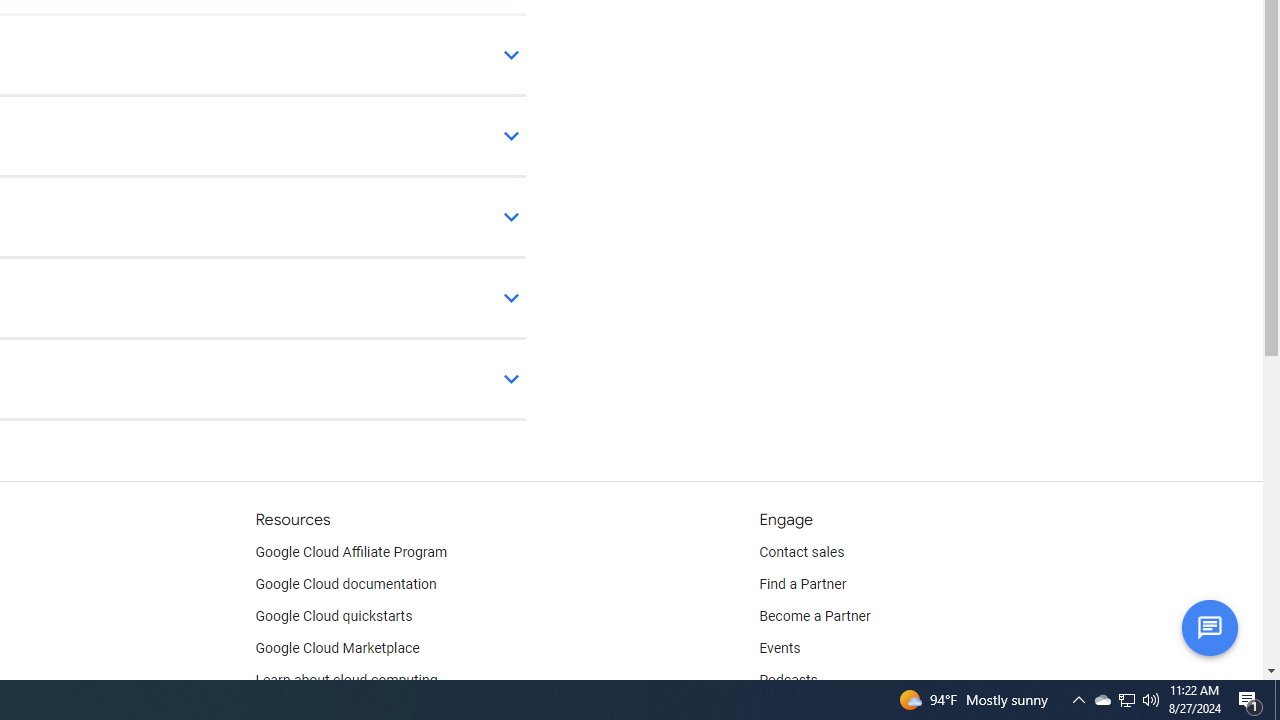 This screenshot has height=720, width=1280. What do you see at coordinates (346, 680) in the screenshot?
I see `'Learn about cloud computing'` at bounding box center [346, 680].